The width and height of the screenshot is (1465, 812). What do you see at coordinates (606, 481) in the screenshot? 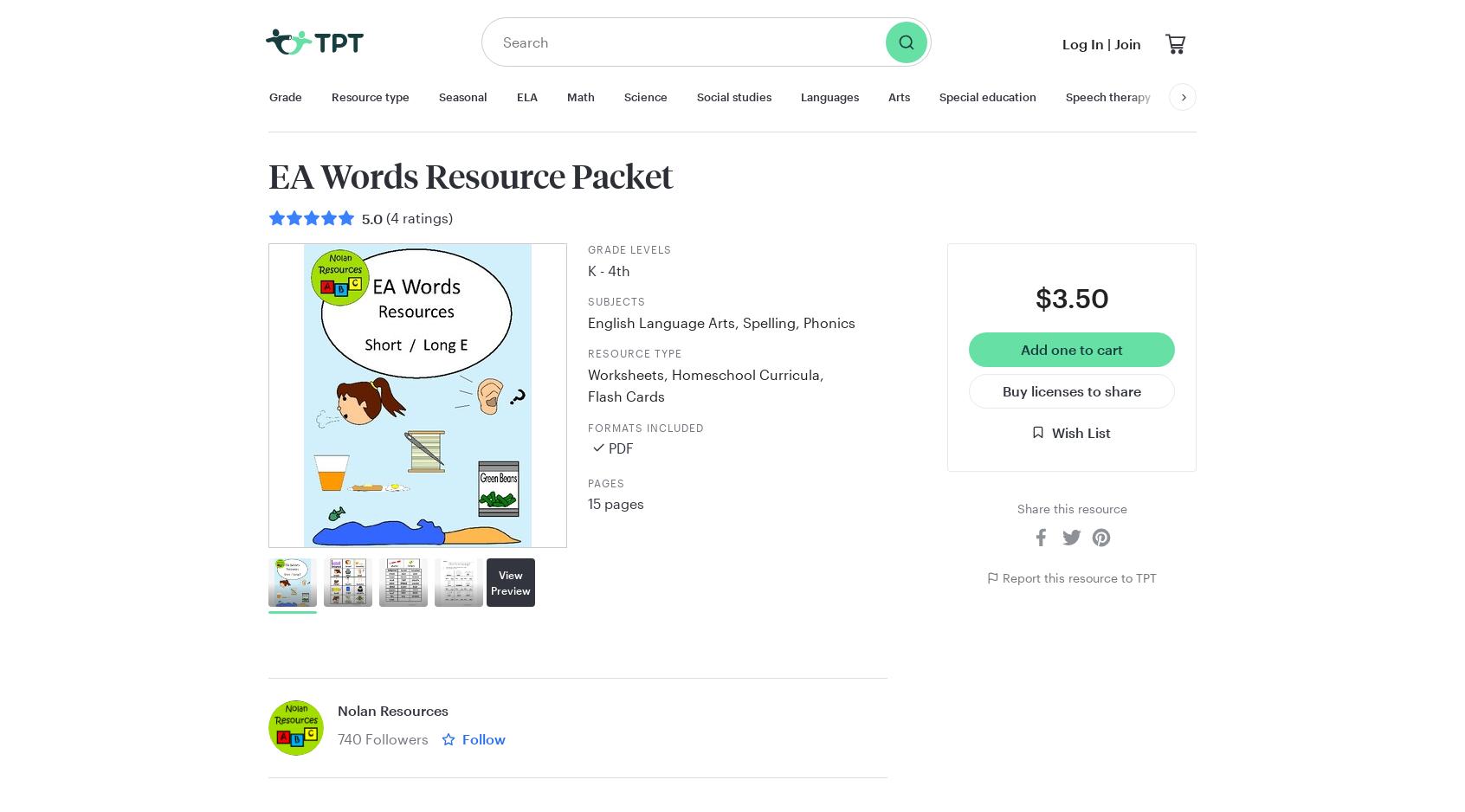
I see `'Pages'` at bounding box center [606, 481].